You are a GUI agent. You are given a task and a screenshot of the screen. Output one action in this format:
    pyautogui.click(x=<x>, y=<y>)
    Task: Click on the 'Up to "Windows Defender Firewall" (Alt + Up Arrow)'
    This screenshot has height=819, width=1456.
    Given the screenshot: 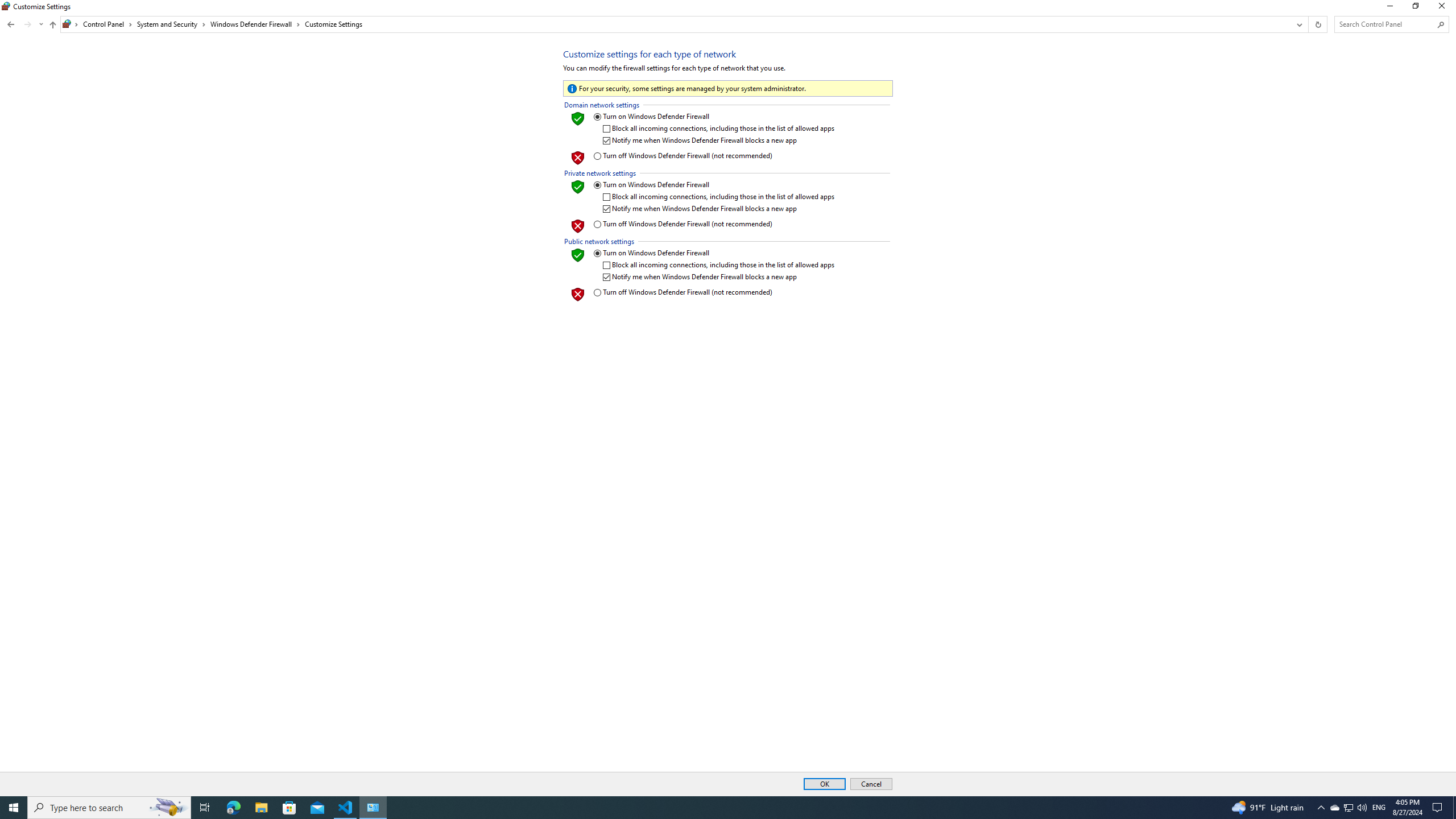 What is the action you would take?
    pyautogui.click(x=53, y=24)
    